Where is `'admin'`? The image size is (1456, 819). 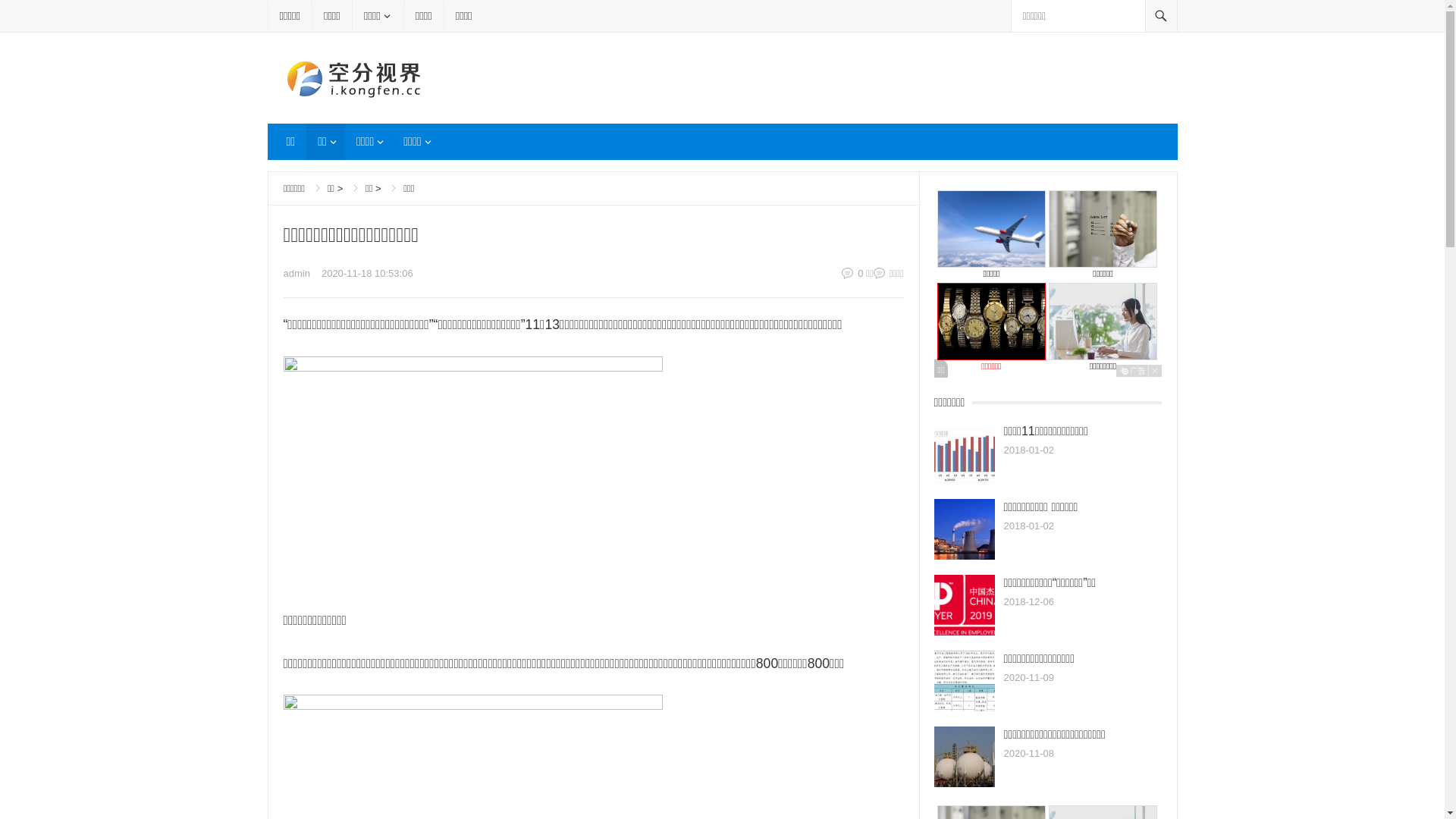 'admin' is located at coordinates (284, 273).